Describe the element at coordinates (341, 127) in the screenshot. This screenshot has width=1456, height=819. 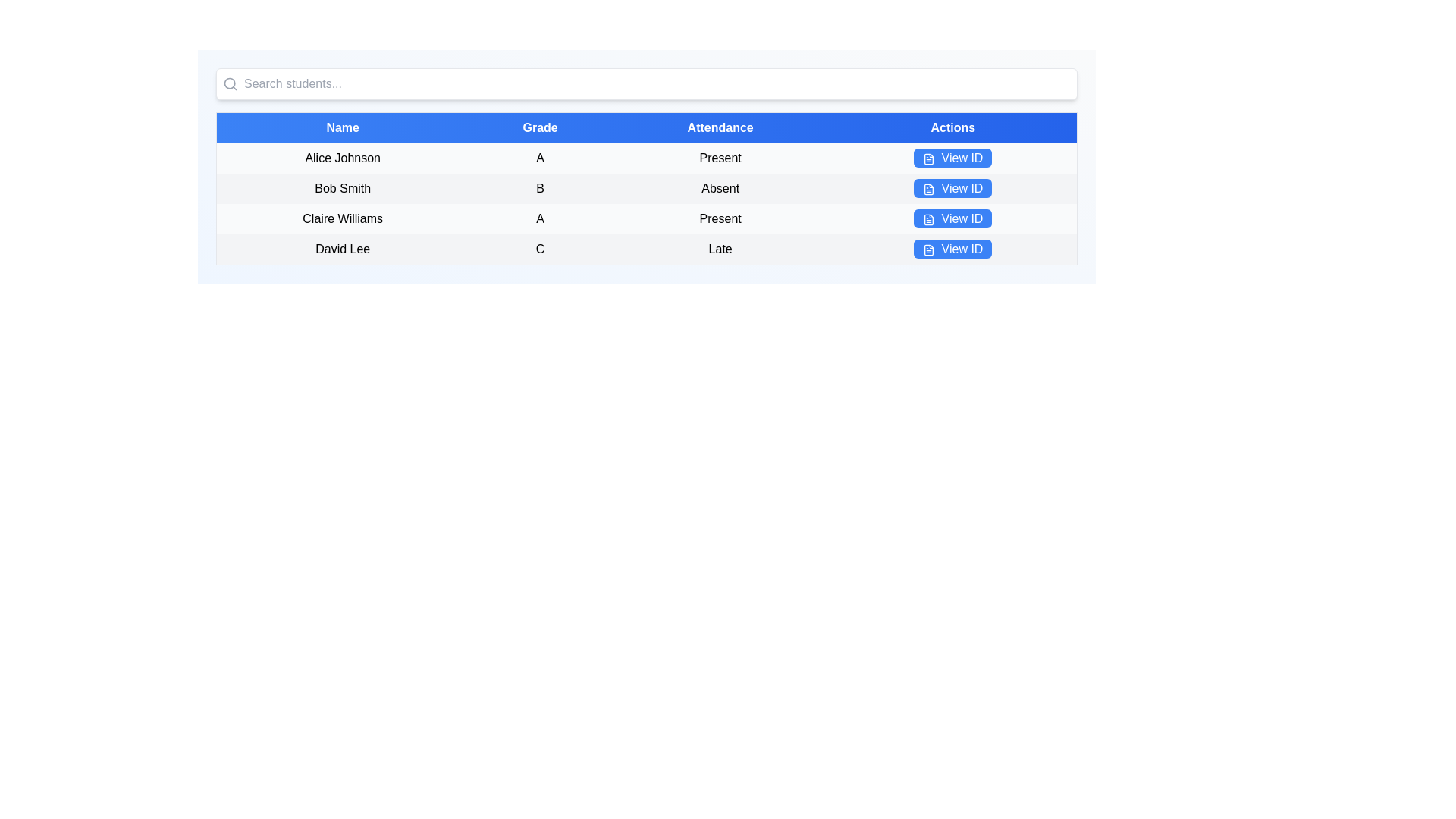
I see `the Header Label labeled 'Name' which is styled with white text on a blue gradient background located at the top-left quarter of the interface` at that location.